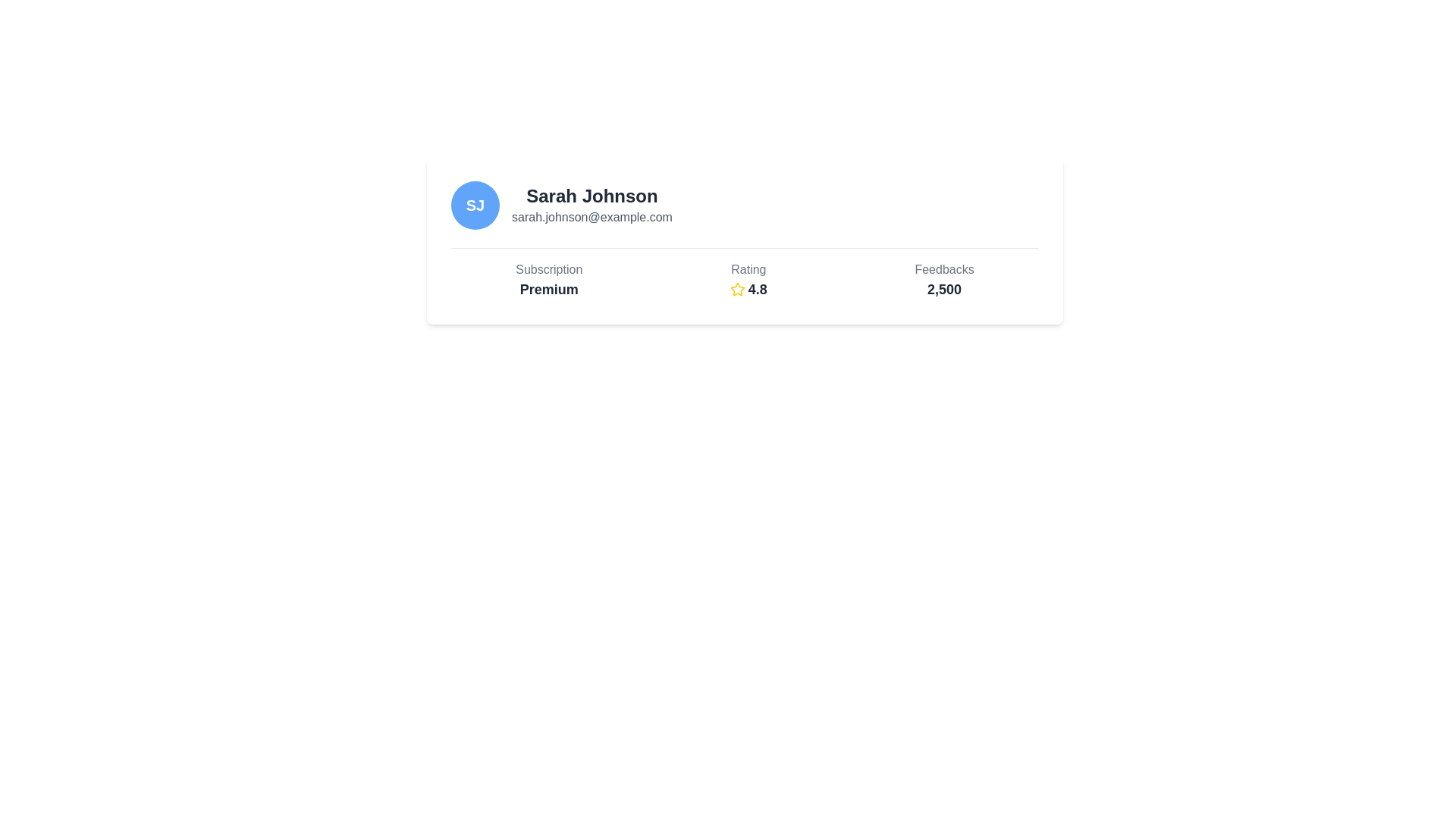 The height and width of the screenshot is (819, 1456). I want to click on the text label that represents the user's rating, positioned to the right of the star icon in the 'Rating' section of the user information card, so click(758, 289).